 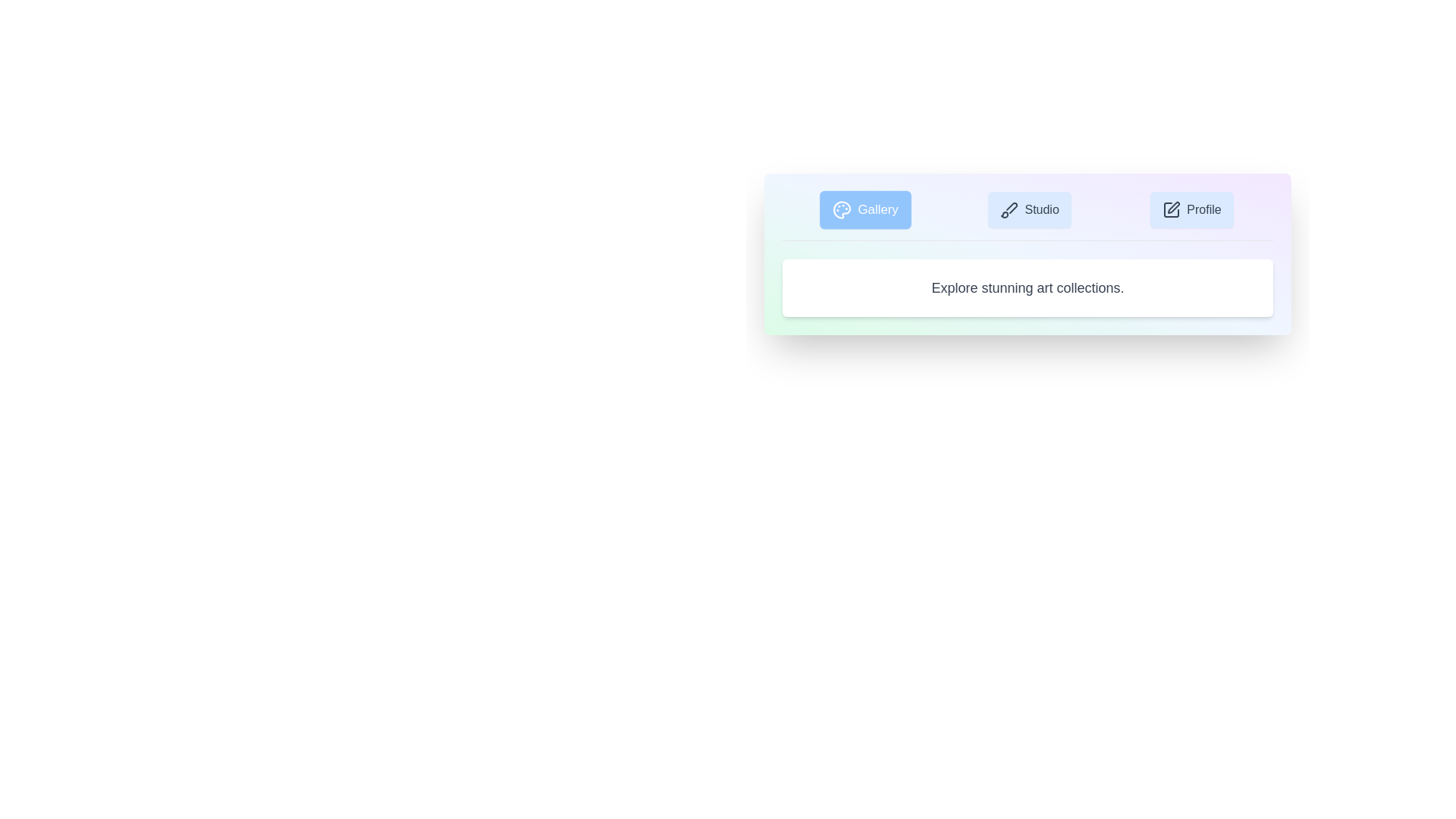 I want to click on the Studio tab to switch the active content, so click(x=1030, y=210).